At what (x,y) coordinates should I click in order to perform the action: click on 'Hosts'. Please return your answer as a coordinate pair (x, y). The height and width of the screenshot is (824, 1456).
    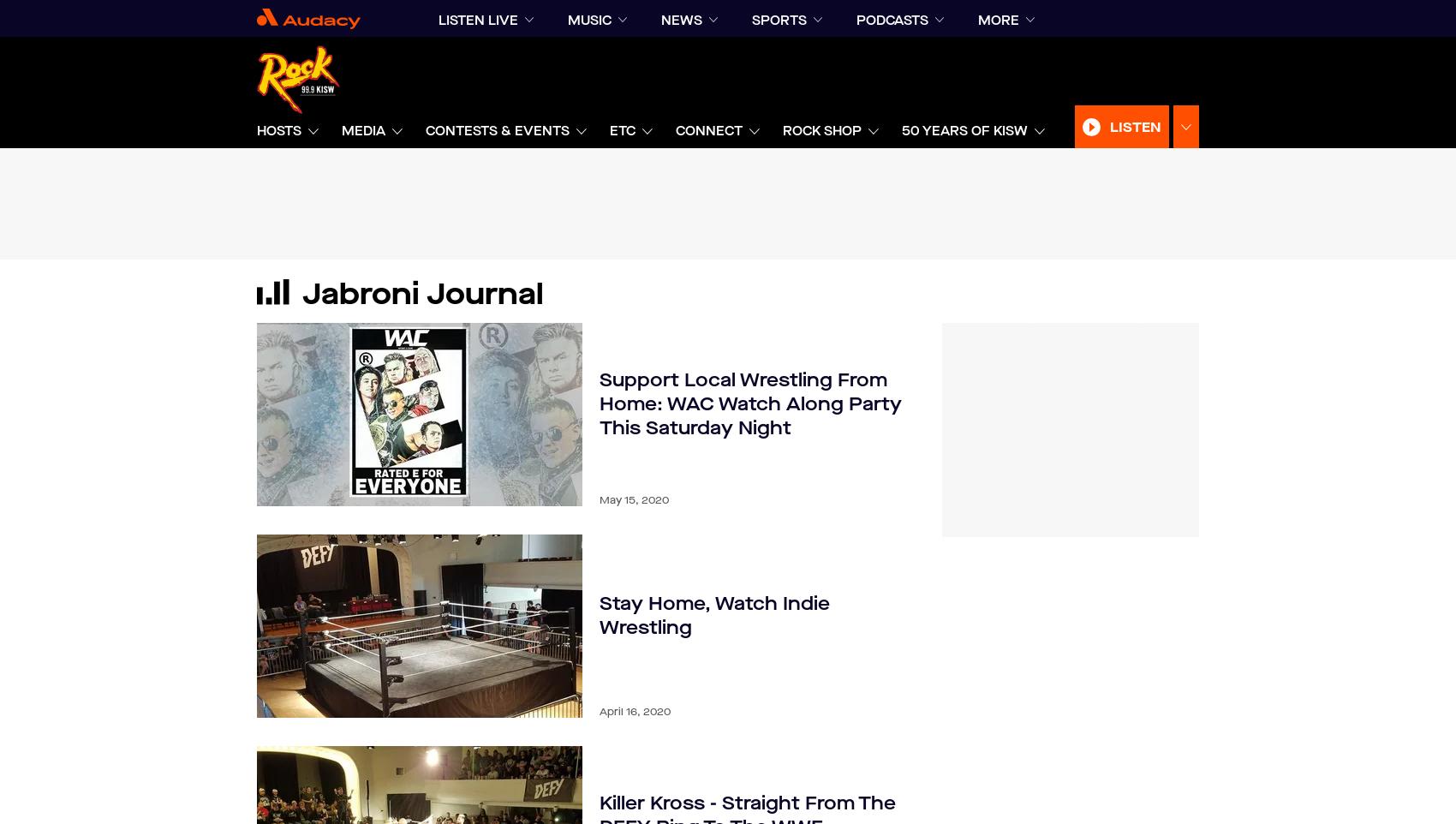
    Looking at the image, I should click on (278, 130).